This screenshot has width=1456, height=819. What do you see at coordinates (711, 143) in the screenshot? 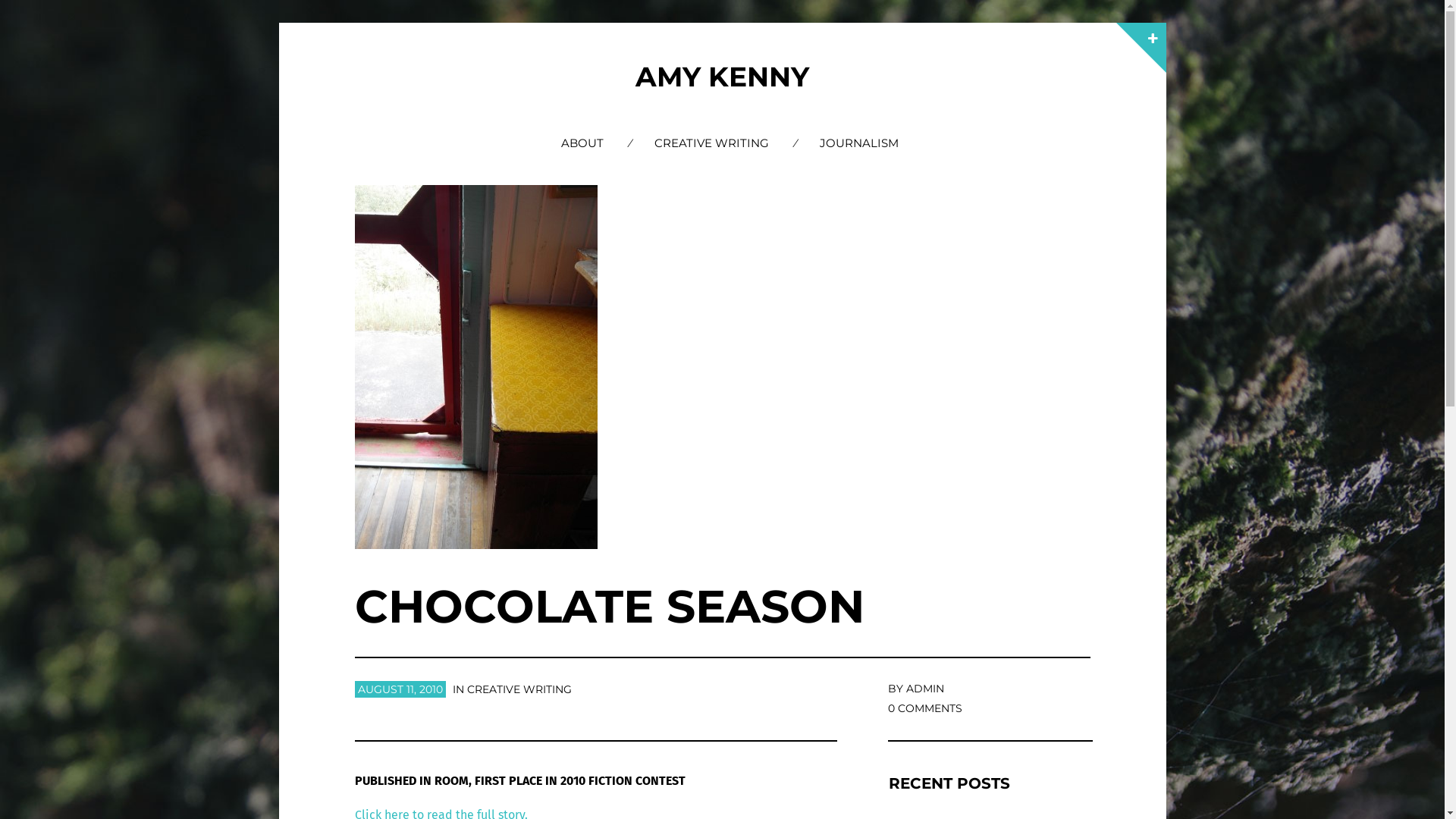
I see `'CREATIVE WRITING'` at bounding box center [711, 143].